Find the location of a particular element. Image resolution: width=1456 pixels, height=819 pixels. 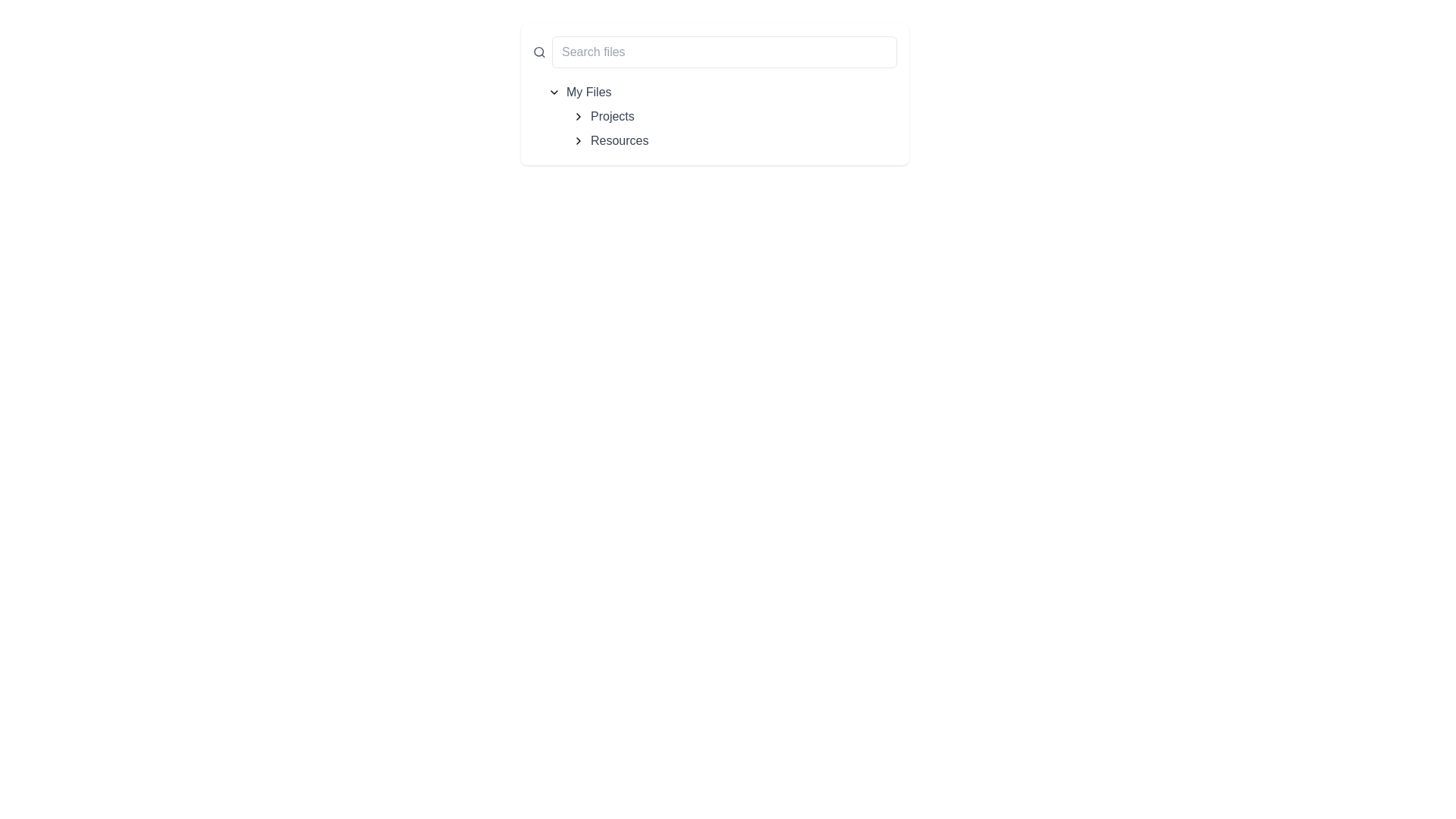

the circular search icon element located to the left of the 'Search files' input field, despite its non-interactive appearance is located at coordinates (538, 51).